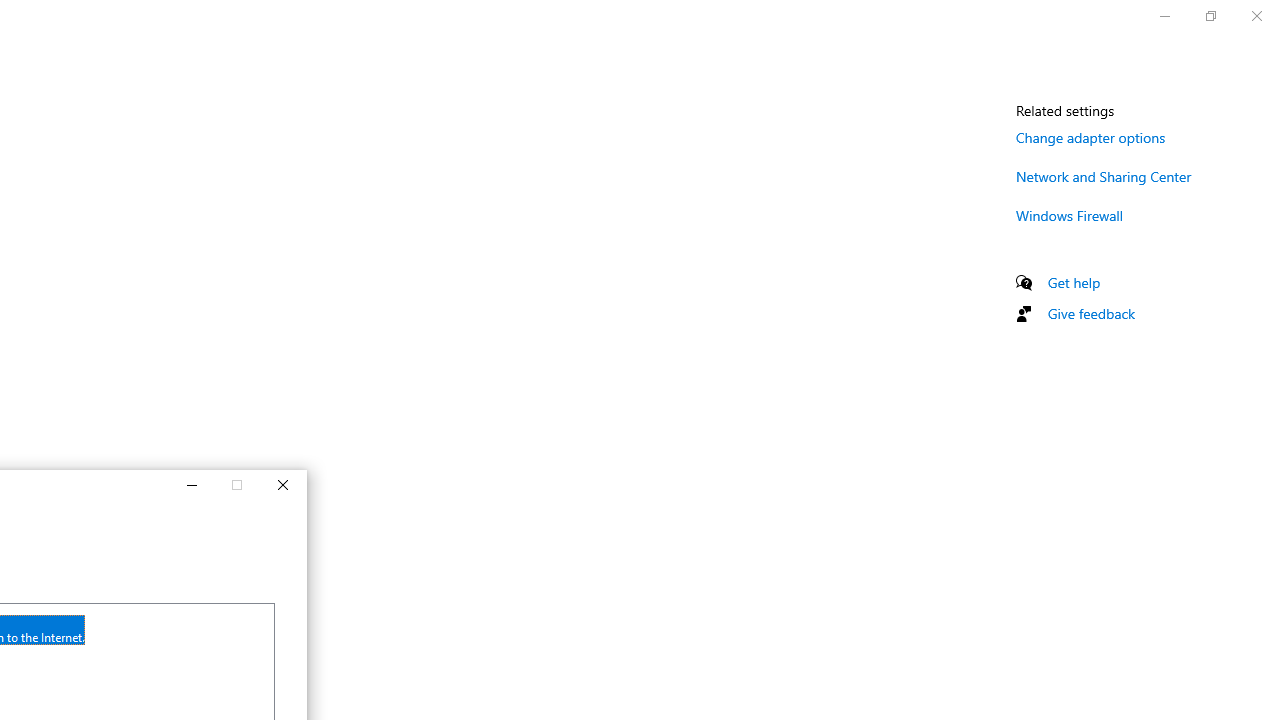  Describe the element at coordinates (236, 486) in the screenshot. I see `'Maximize'` at that location.